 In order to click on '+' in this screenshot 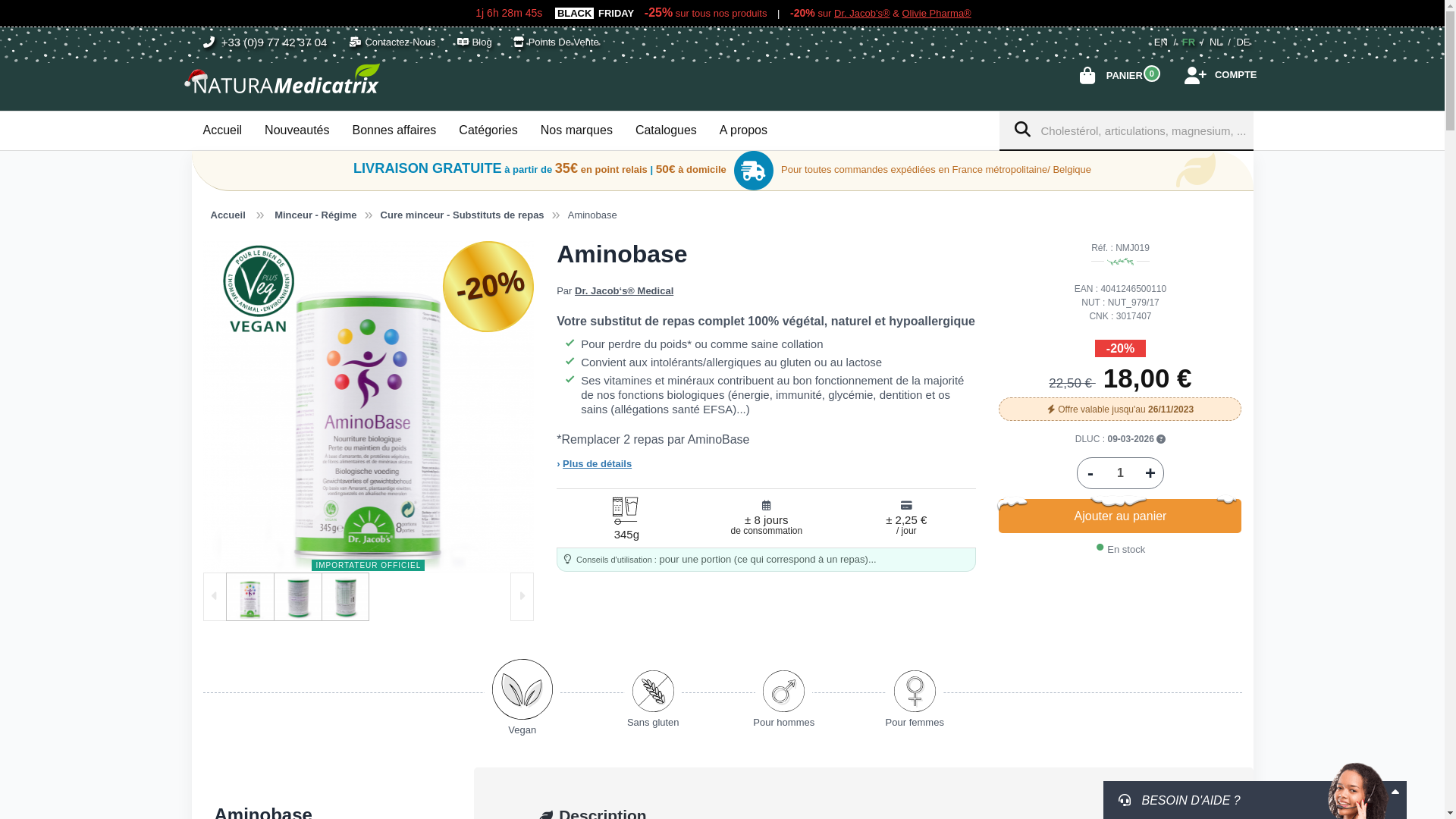, I will do `click(1150, 472)`.